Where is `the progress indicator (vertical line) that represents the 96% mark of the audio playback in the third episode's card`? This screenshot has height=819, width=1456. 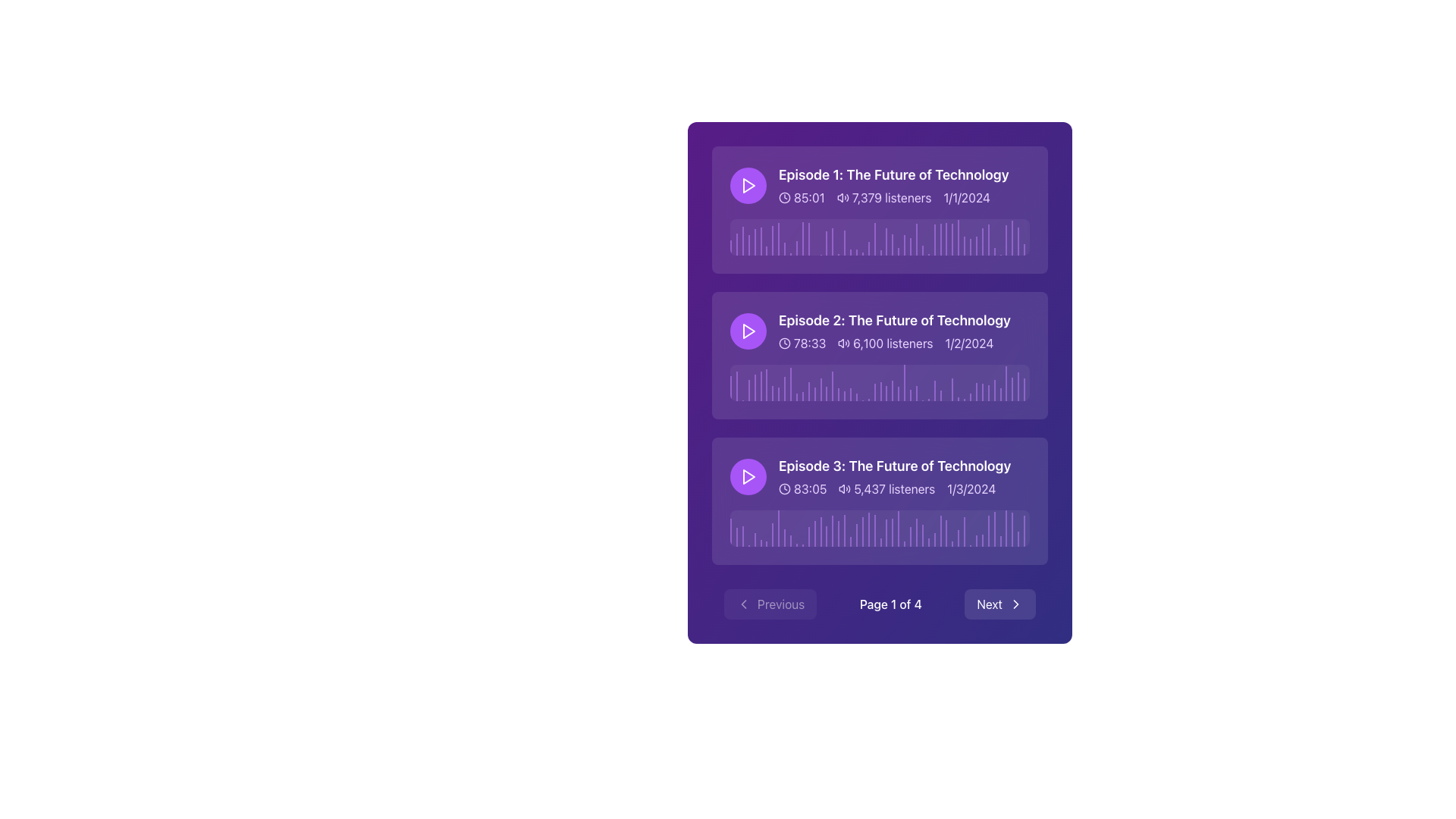
the progress indicator (vertical line) that represents the 96% mark of the audio playback in the third episode's card is located at coordinates (1018, 538).